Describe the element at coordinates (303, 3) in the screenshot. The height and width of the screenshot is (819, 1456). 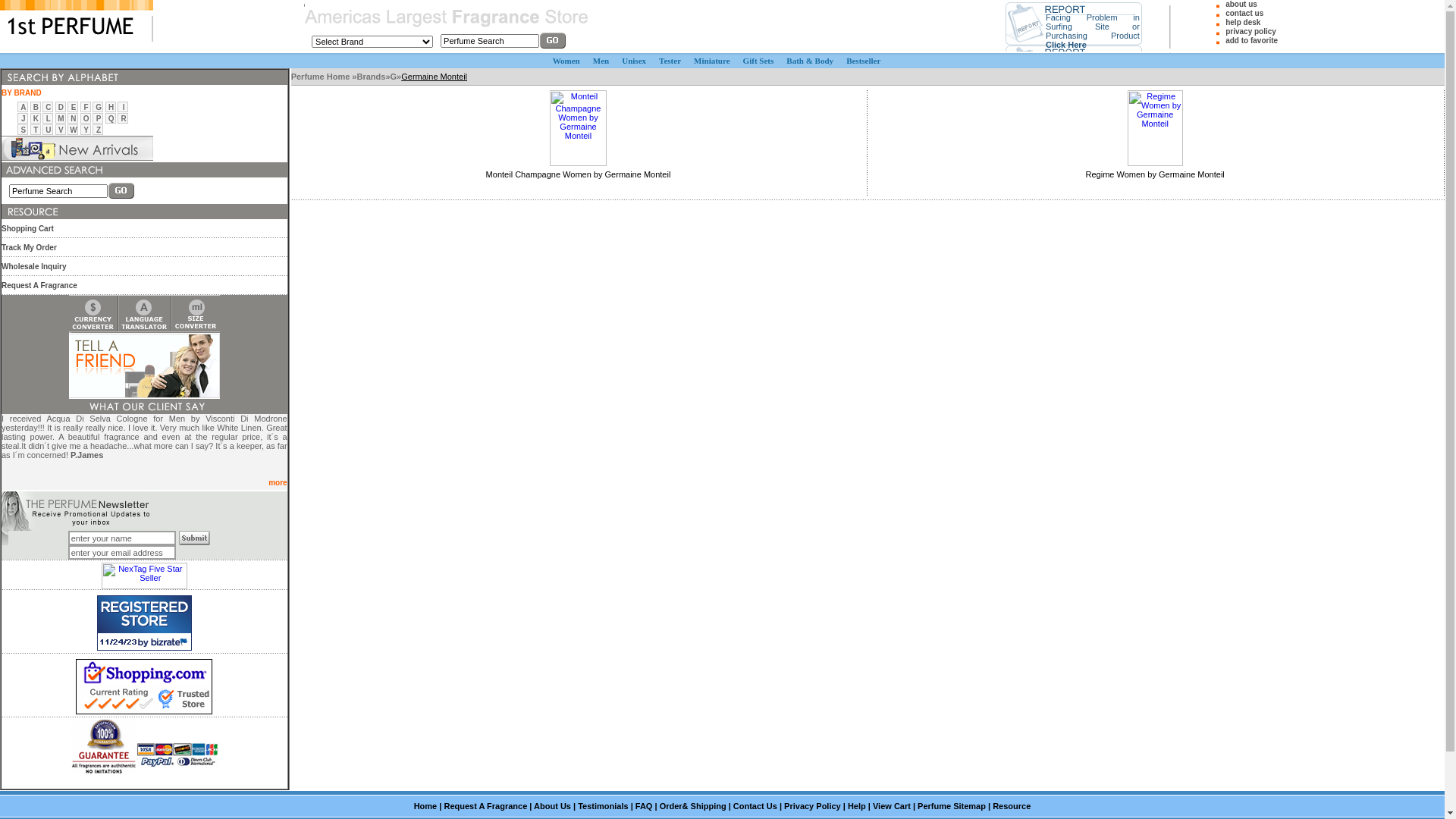
I see `'discount perfume'` at that location.